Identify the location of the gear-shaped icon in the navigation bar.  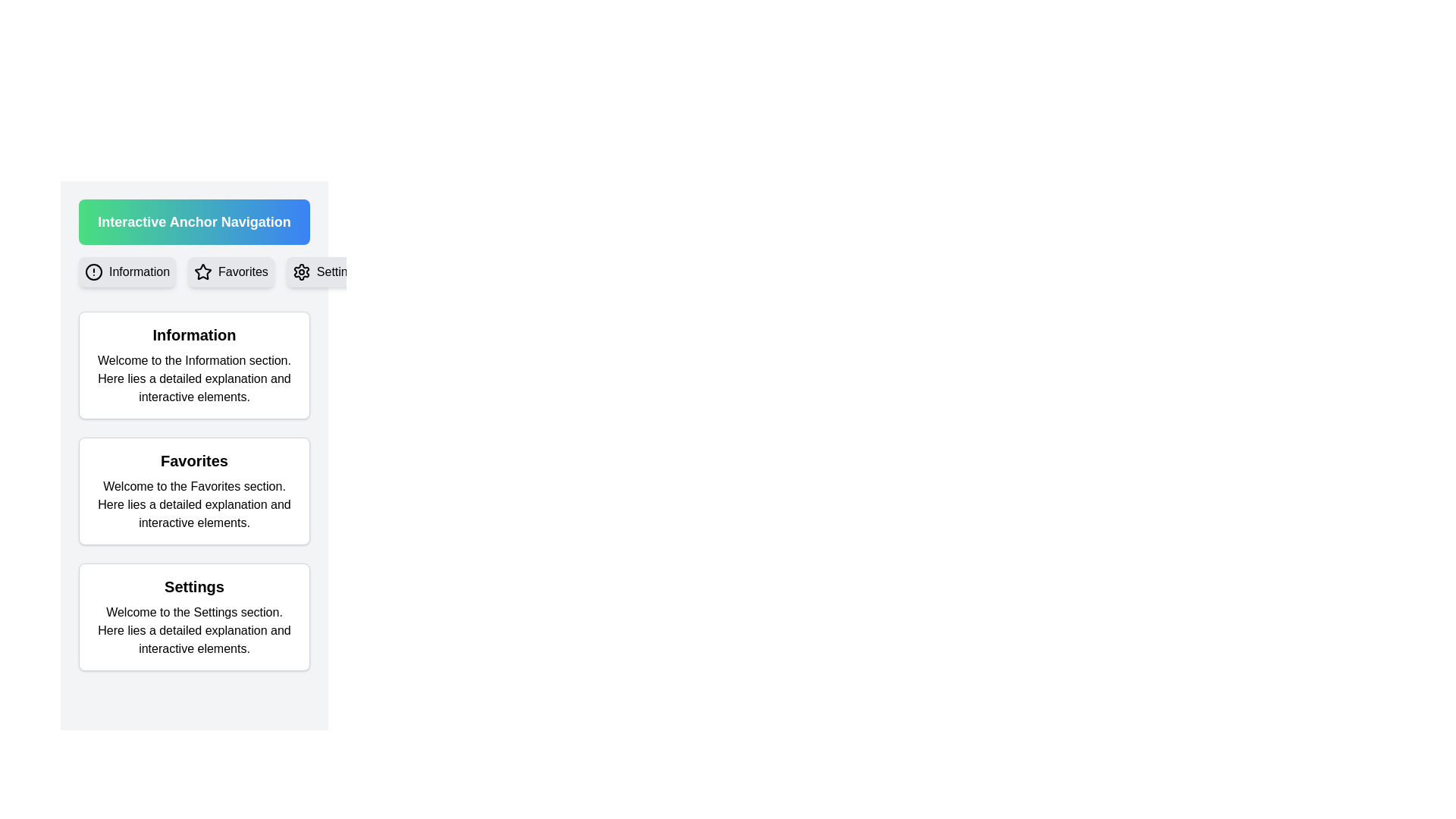
(301, 271).